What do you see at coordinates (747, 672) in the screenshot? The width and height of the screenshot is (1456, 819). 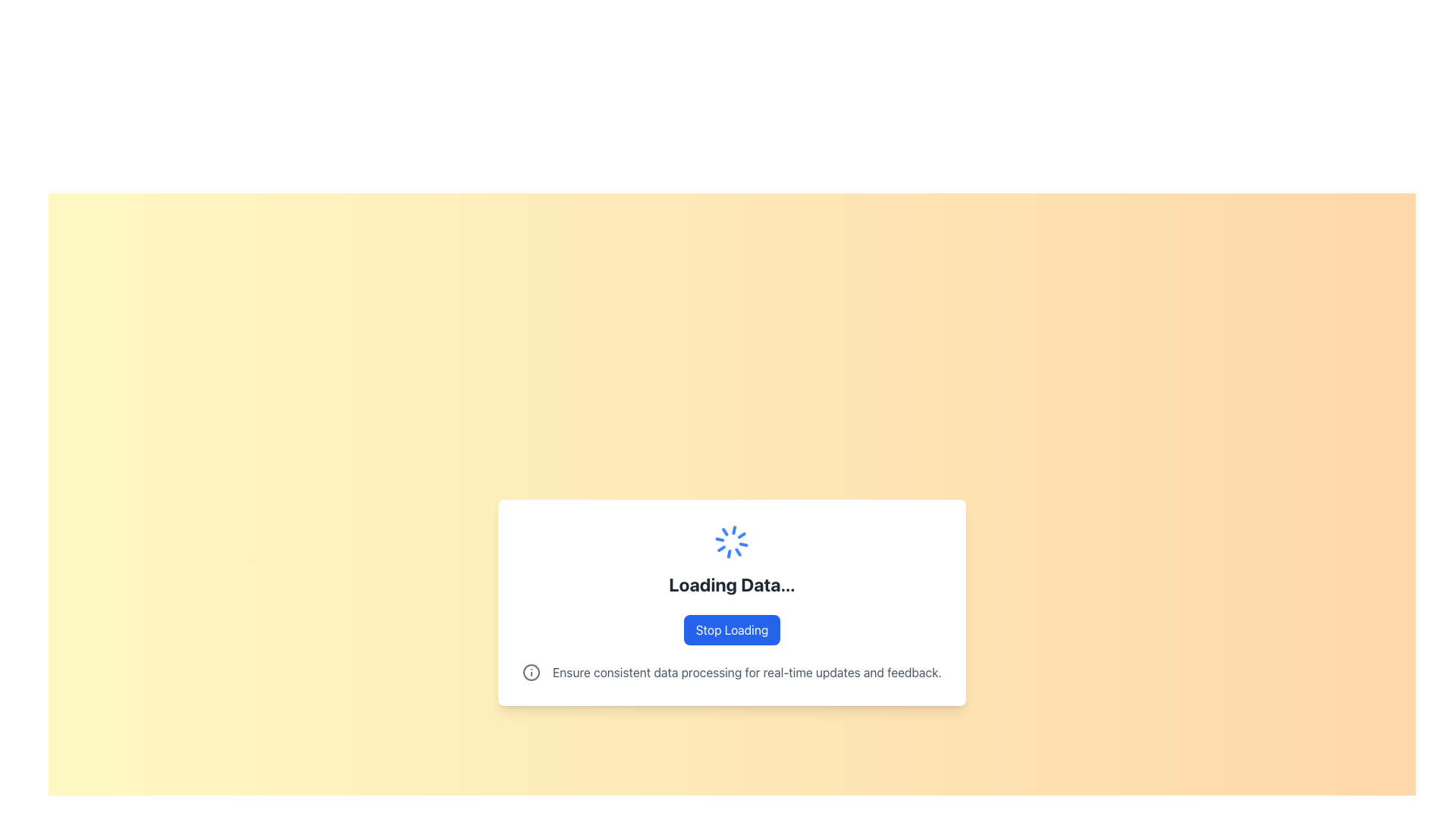 I see `the descriptive text element located at the bottom portion of the card-like interface, to the right of the information icon` at bounding box center [747, 672].